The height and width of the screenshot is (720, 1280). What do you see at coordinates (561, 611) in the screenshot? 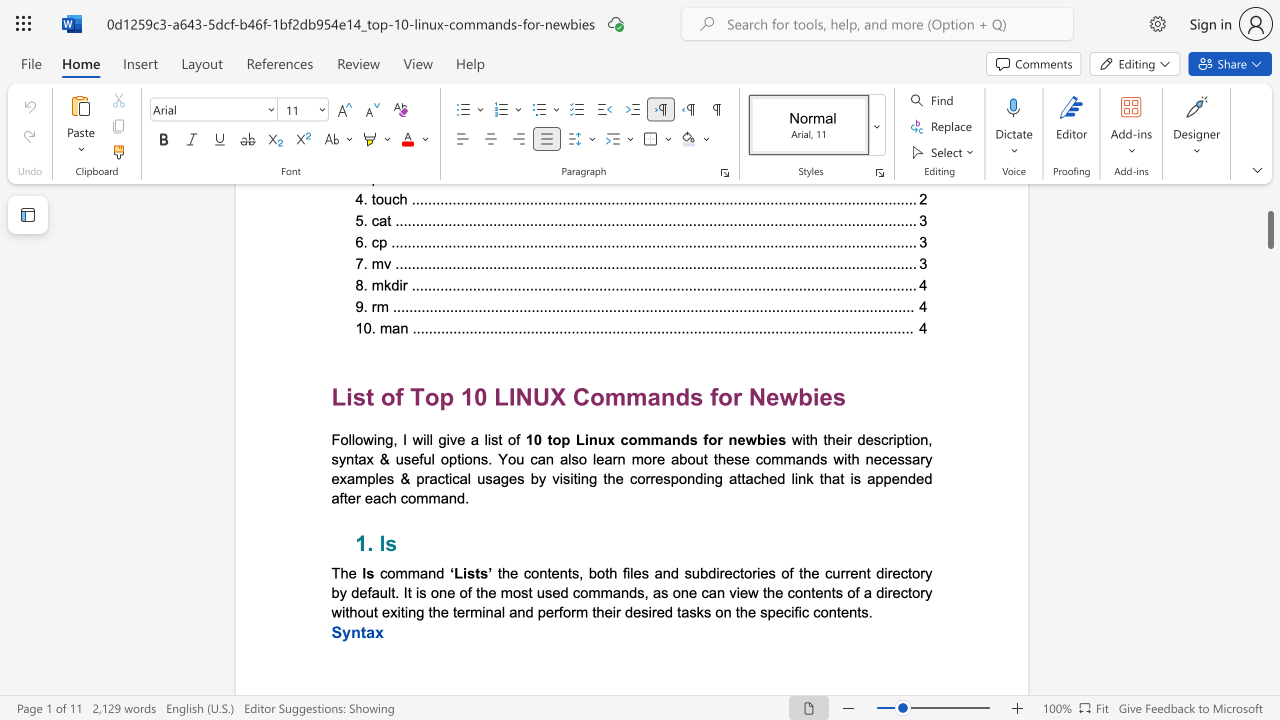
I see `the subset text "orm their desired tasks on the sp" within the text "the contents, both files and subdirectories of the current directory by default. It is one of the most used commands, as one can view the contents of a directory without exiting the terminal and perform their desired tasks on the specific contents."` at bounding box center [561, 611].